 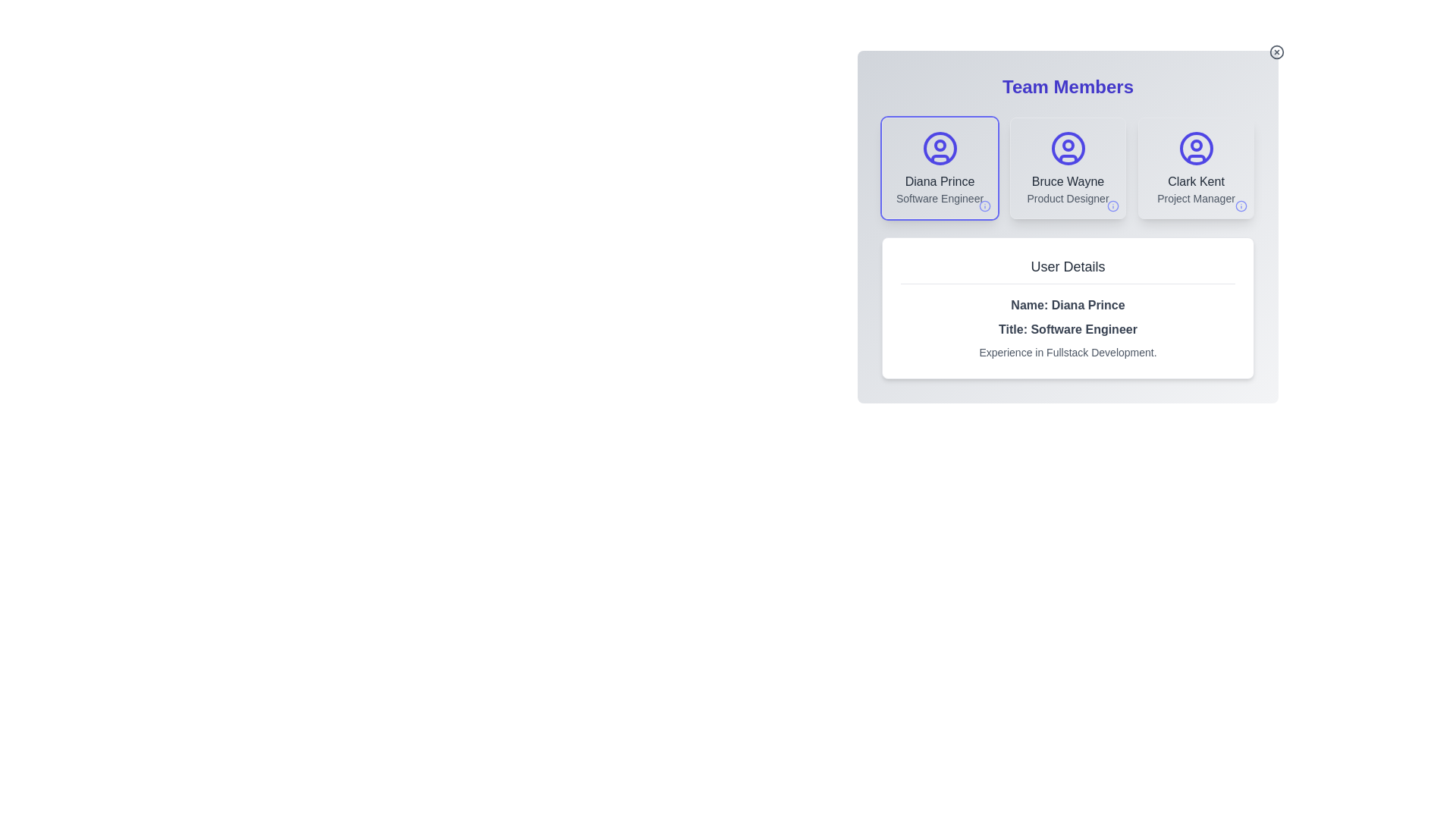 I want to click on the informational help icon located in the bottom-right corner of the card labeled 'Diana Prince Software Engineer' in the 'Team Members' section, so click(x=985, y=206).